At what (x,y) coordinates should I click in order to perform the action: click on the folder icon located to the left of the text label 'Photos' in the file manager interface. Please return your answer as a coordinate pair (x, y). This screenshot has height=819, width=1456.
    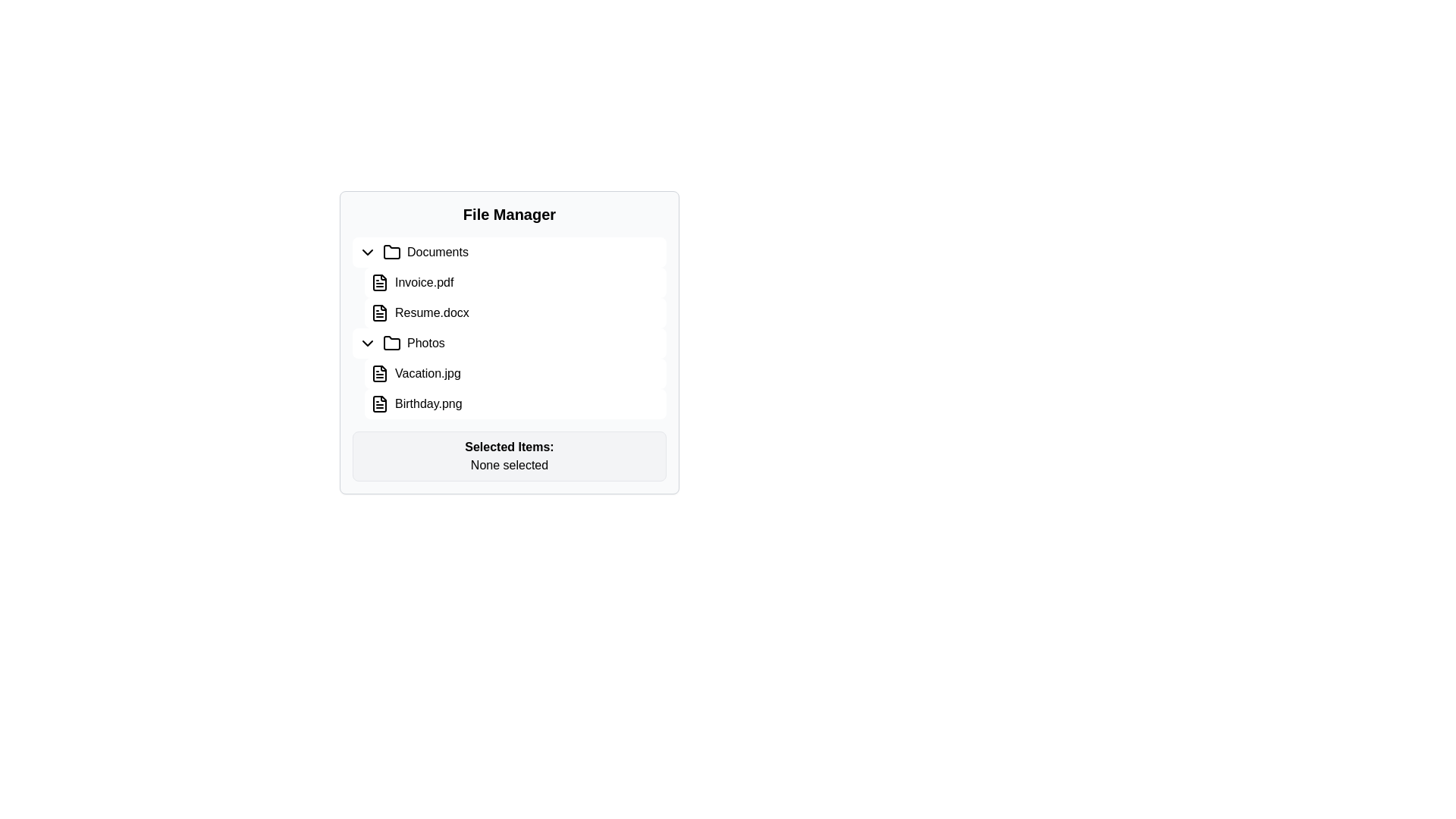
    Looking at the image, I should click on (392, 342).